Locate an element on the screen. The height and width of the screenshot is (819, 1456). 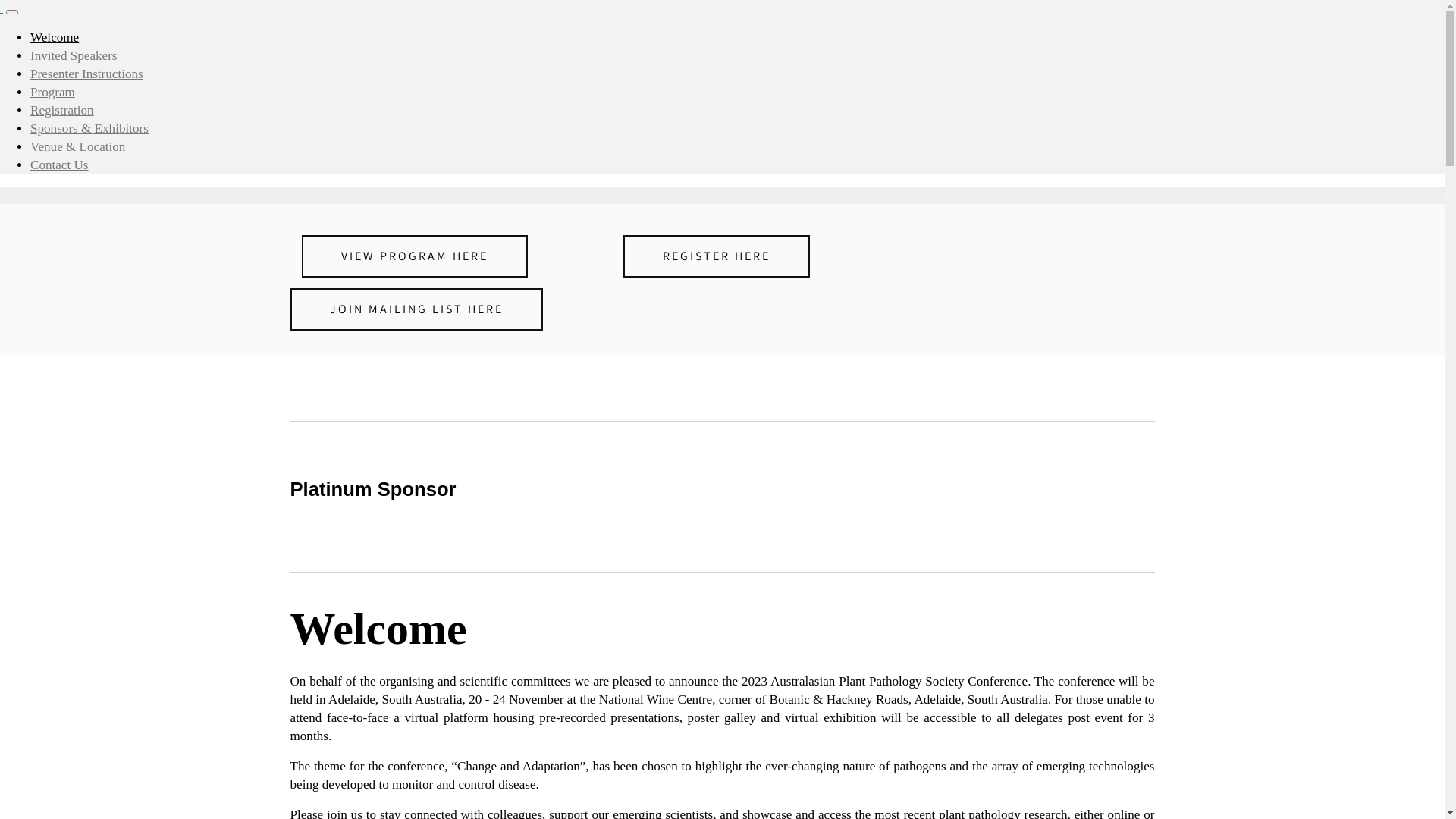
'Contact Us' is located at coordinates (59, 165).